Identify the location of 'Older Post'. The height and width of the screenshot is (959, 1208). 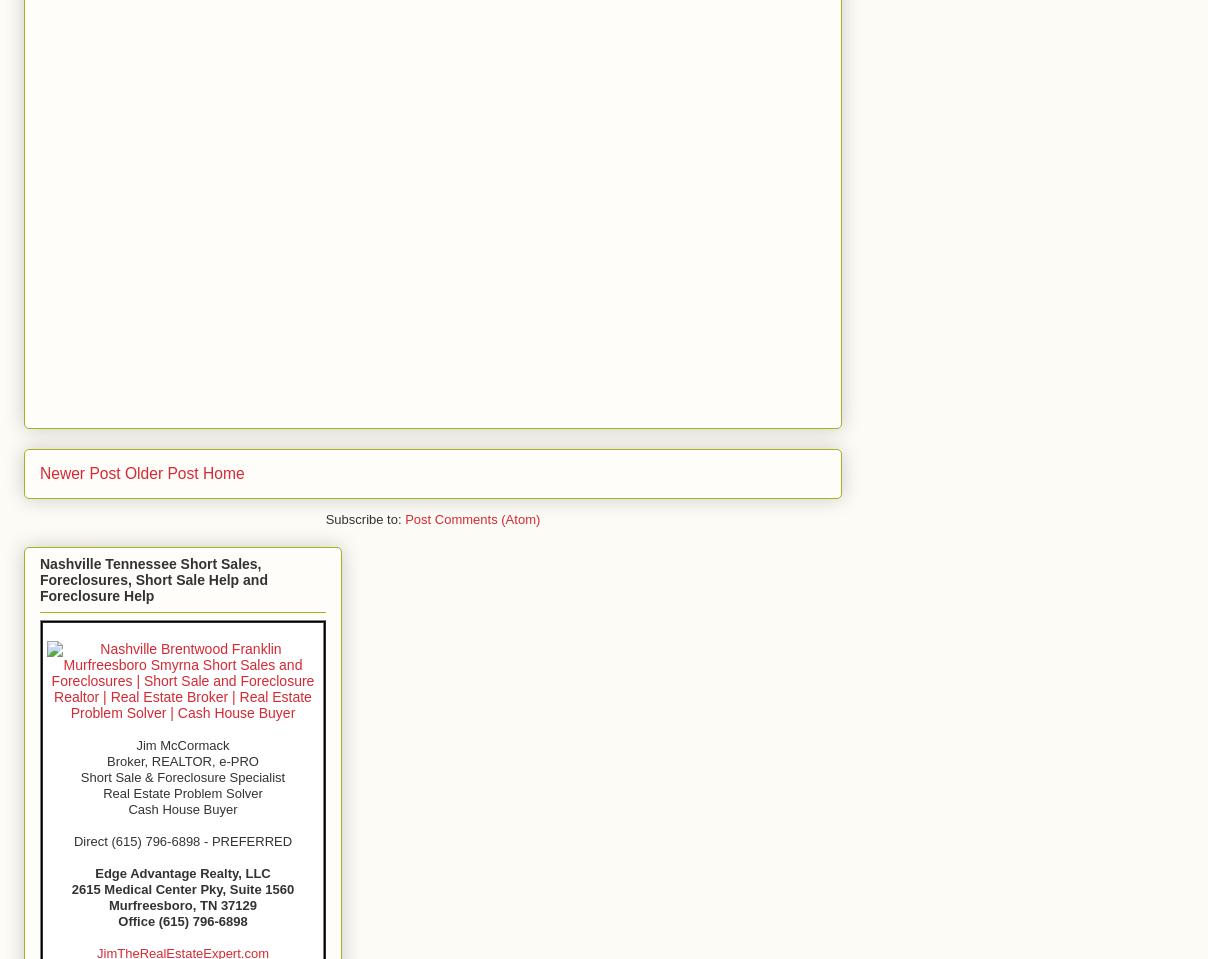
(161, 471).